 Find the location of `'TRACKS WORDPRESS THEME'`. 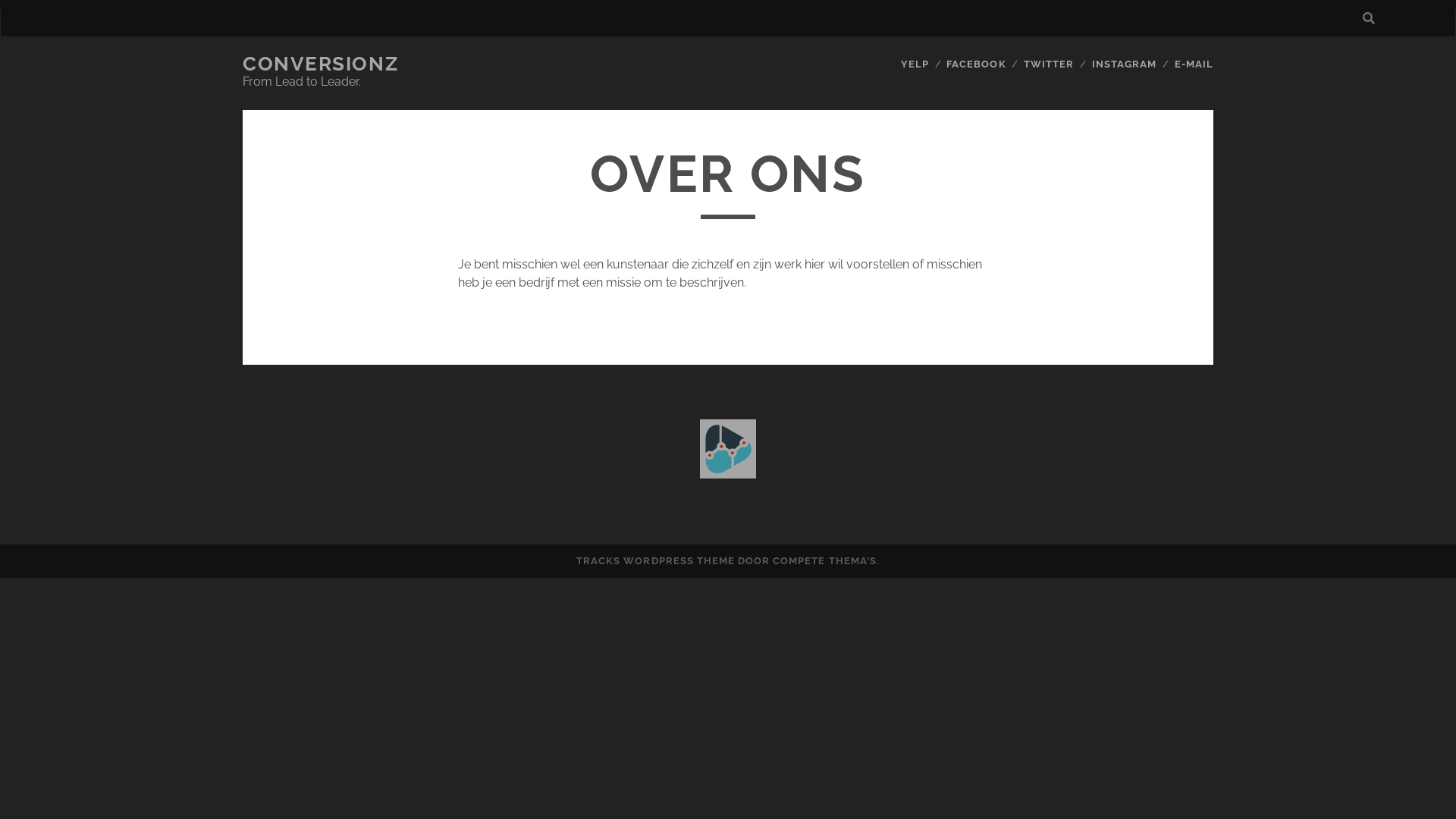

'TRACKS WORDPRESS THEME' is located at coordinates (655, 560).